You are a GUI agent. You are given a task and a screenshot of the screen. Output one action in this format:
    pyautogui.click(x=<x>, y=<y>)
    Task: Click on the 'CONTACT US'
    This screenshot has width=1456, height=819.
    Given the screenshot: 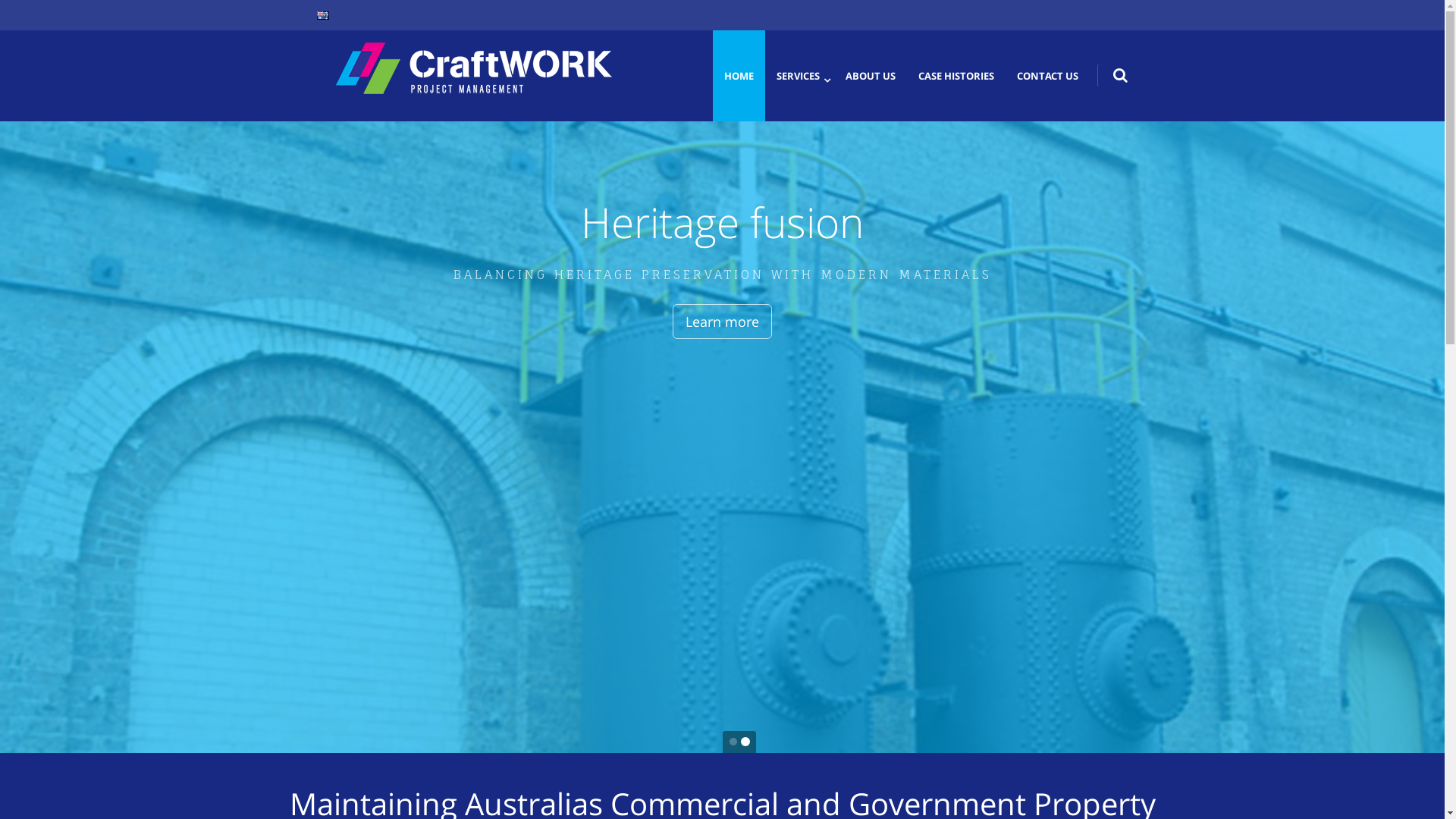 What is the action you would take?
    pyautogui.click(x=1046, y=76)
    